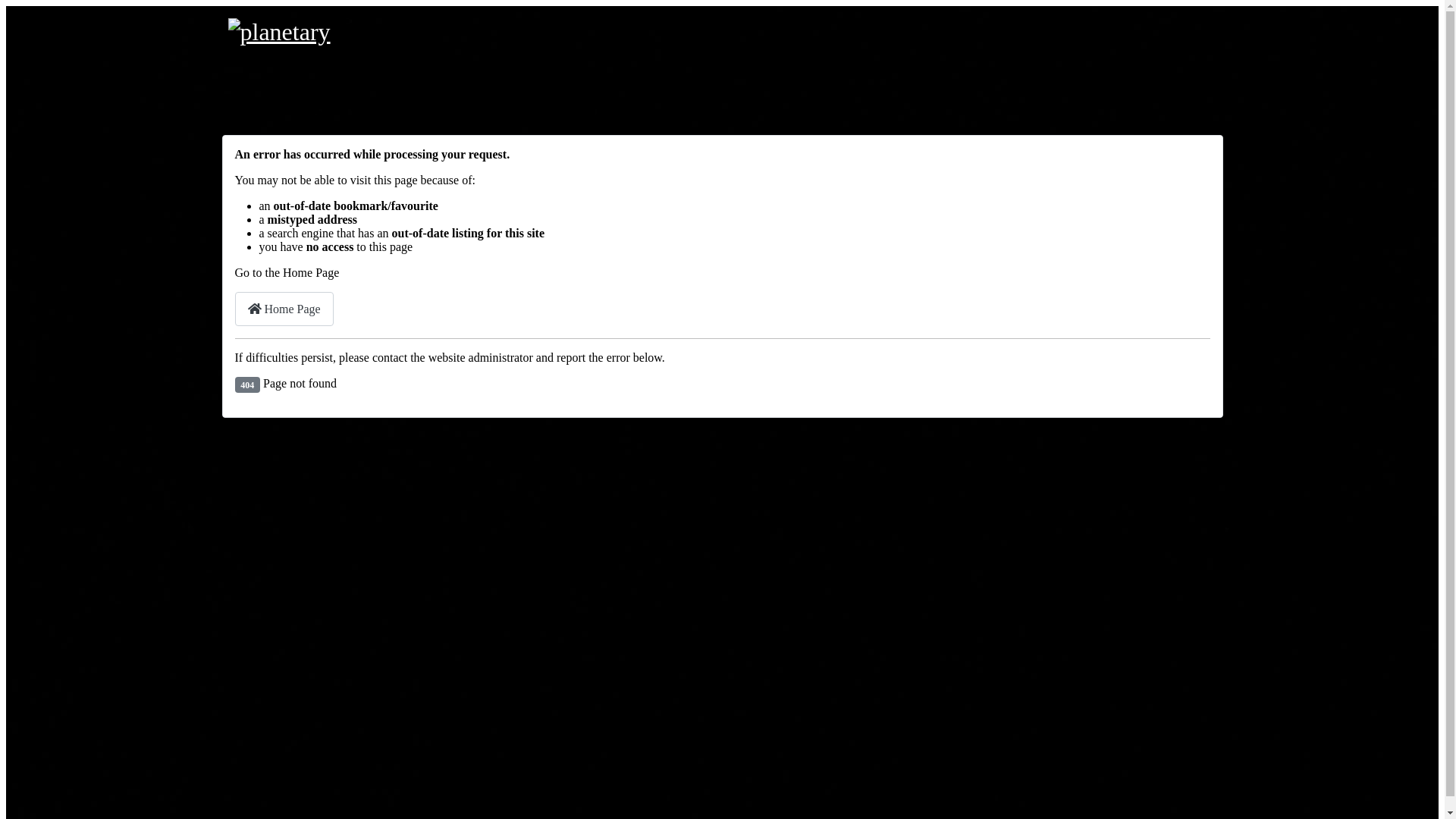  What do you see at coordinates (284, 308) in the screenshot?
I see `'Home Page'` at bounding box center [284, 308].